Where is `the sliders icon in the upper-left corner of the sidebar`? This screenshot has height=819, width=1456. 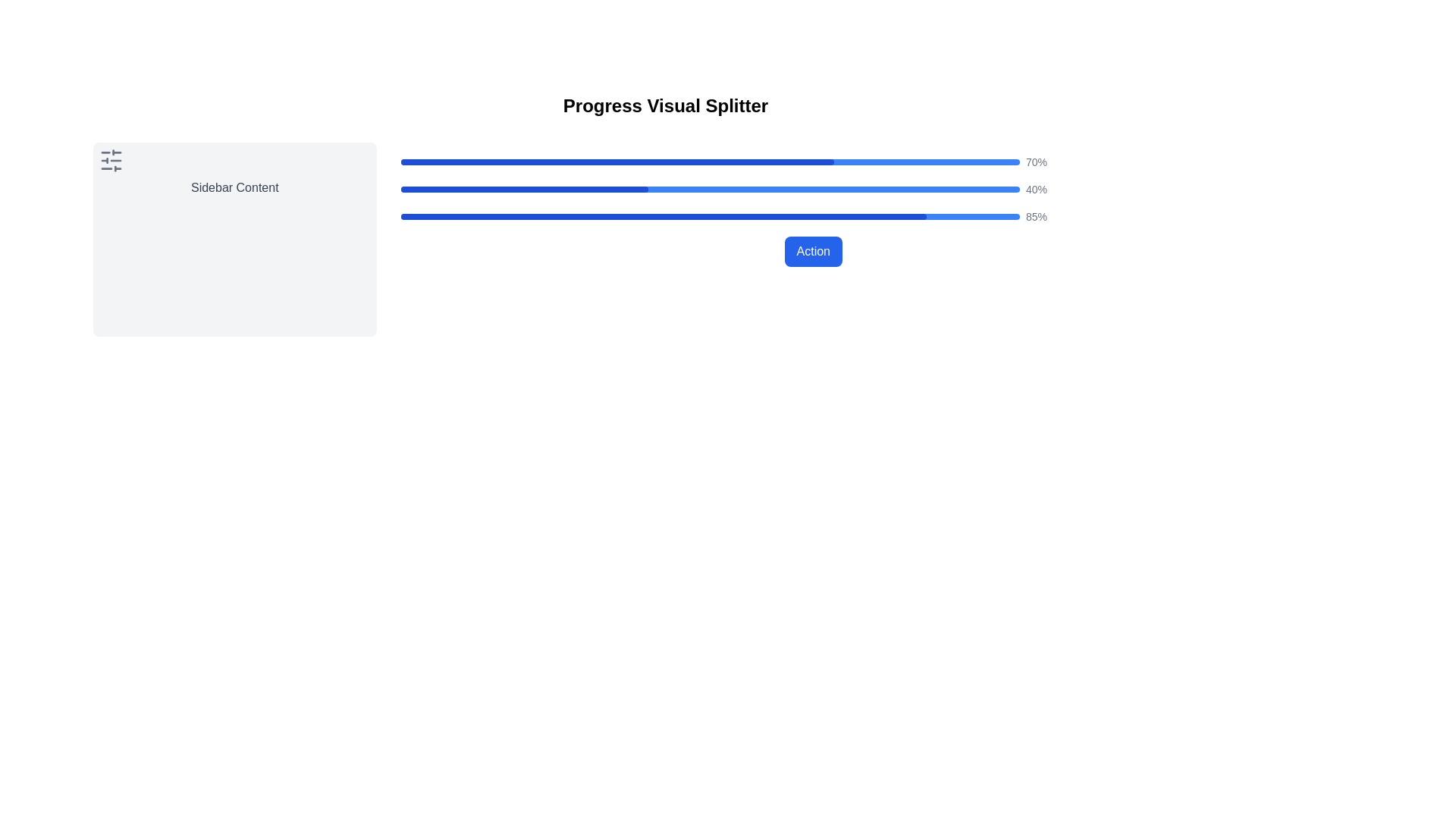
the sliders icon in the upper-left corner of the sidebar is located at coordinates (111, 161).